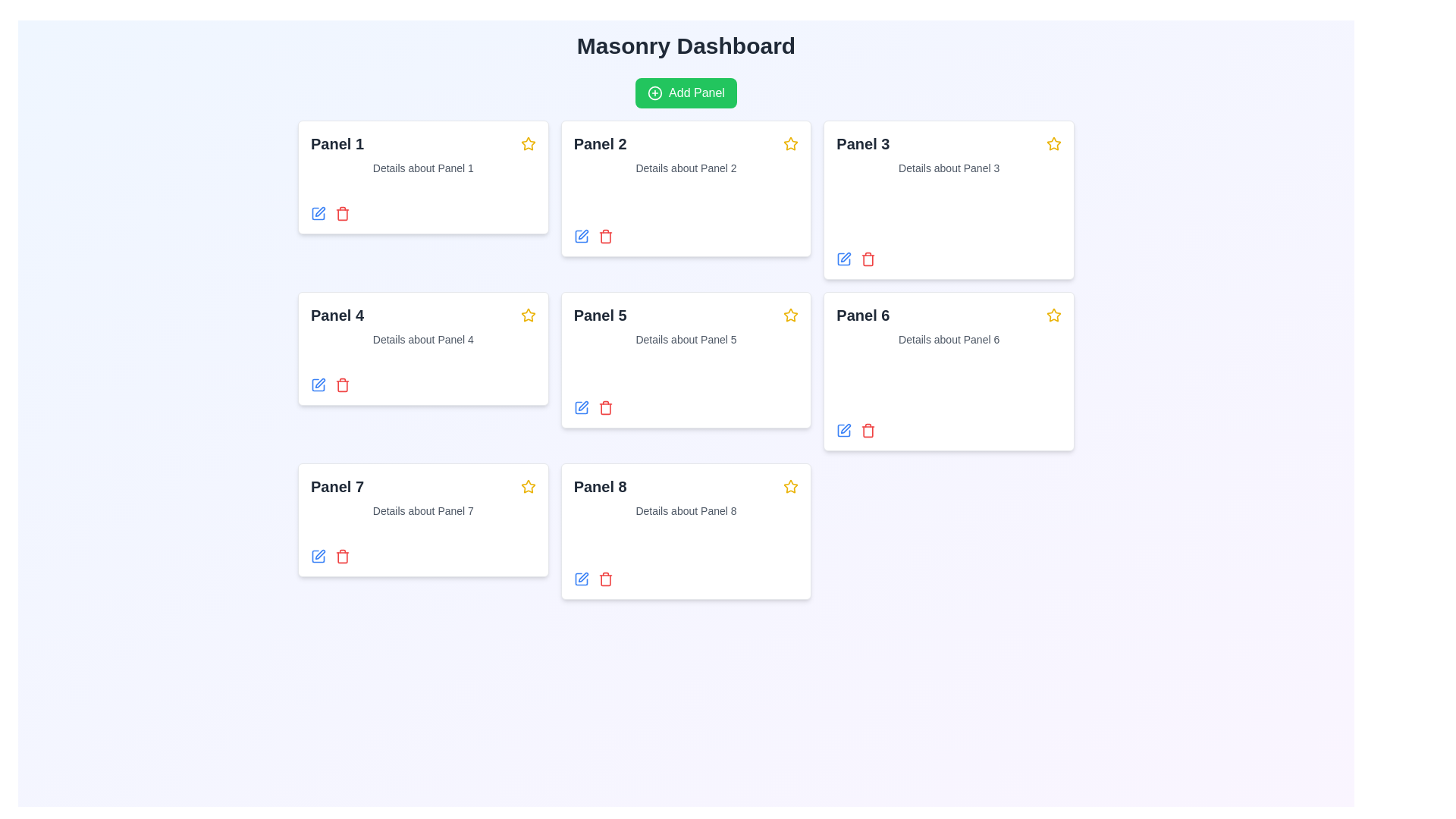 The height and width of the screenshot is (819, 1456). What do you see at coordinates (790, 486) in the screenshot?
I see `the yellow star-shaped icon button located in the top-right corner of 'Panel 8'` at bounding box center [790, 486].